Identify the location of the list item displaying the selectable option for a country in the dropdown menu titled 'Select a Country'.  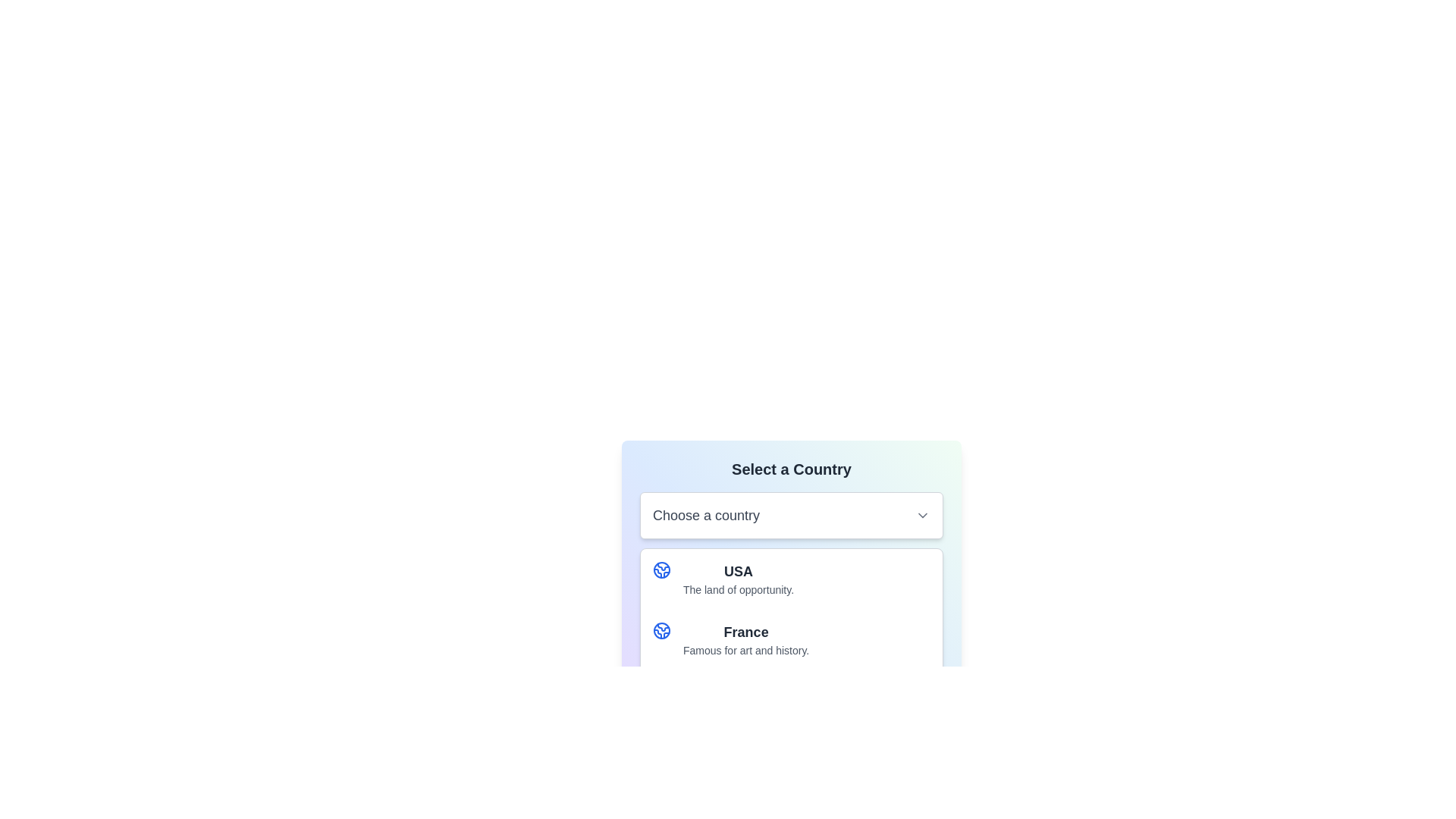
(745, 640).